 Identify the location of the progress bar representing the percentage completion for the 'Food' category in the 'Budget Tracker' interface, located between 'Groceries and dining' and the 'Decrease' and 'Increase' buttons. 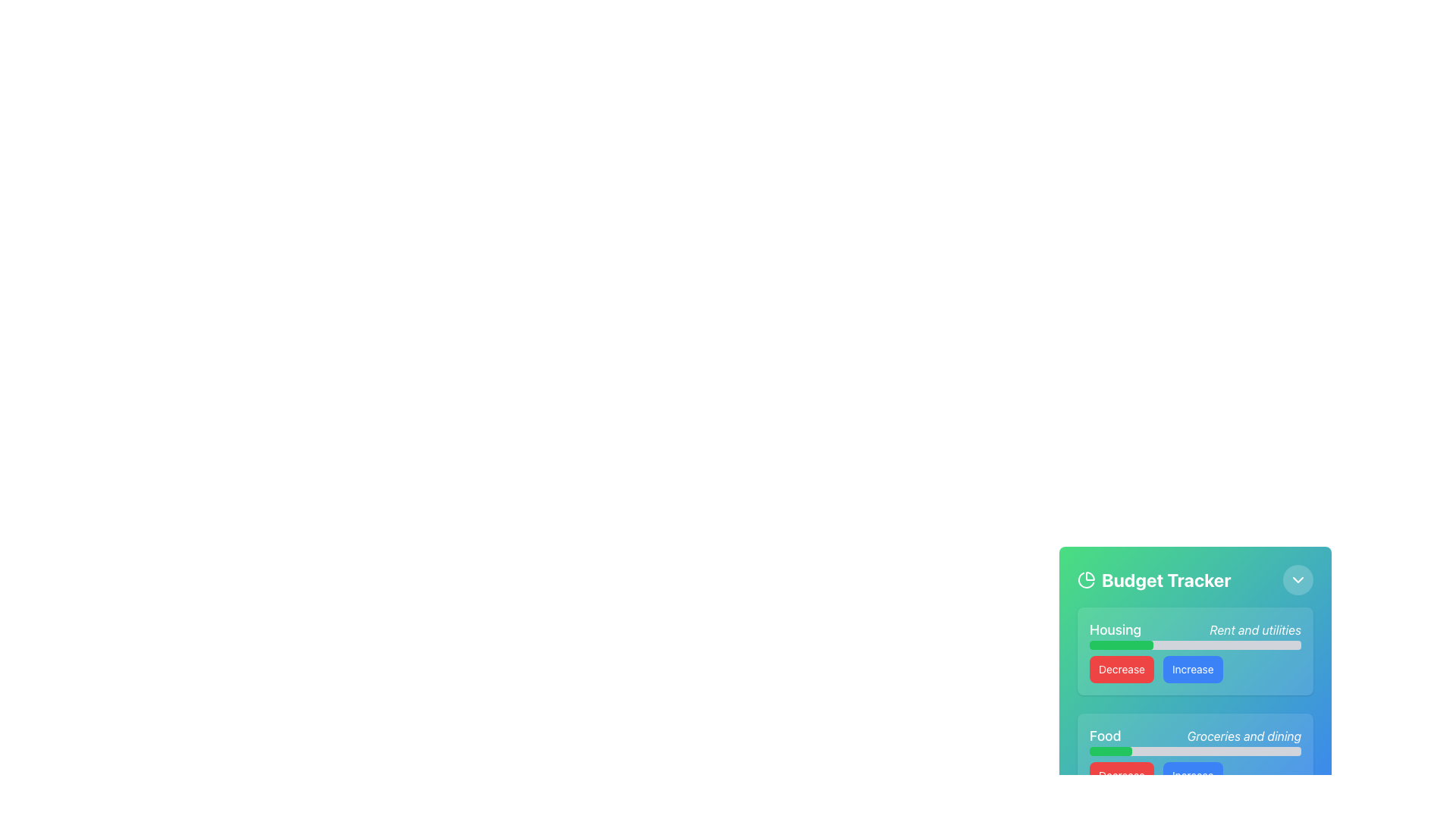
(1194, 752).